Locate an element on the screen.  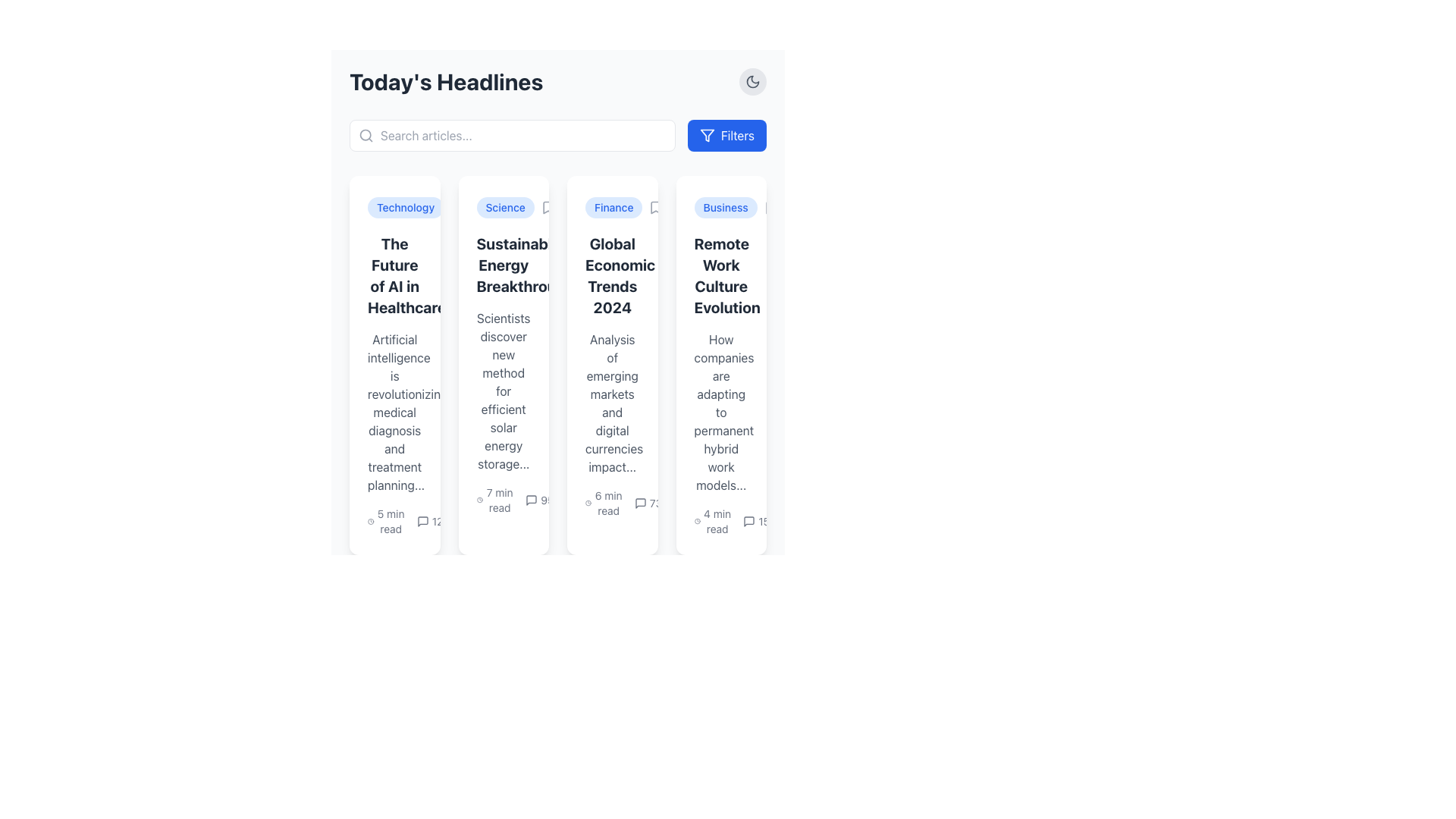
the clock icon, which is a minimalistic outline of a circular clock face located leftmost in the cluster of elements below the 'Global Economic Trends 2024' title is located at coordinates (588, 503).